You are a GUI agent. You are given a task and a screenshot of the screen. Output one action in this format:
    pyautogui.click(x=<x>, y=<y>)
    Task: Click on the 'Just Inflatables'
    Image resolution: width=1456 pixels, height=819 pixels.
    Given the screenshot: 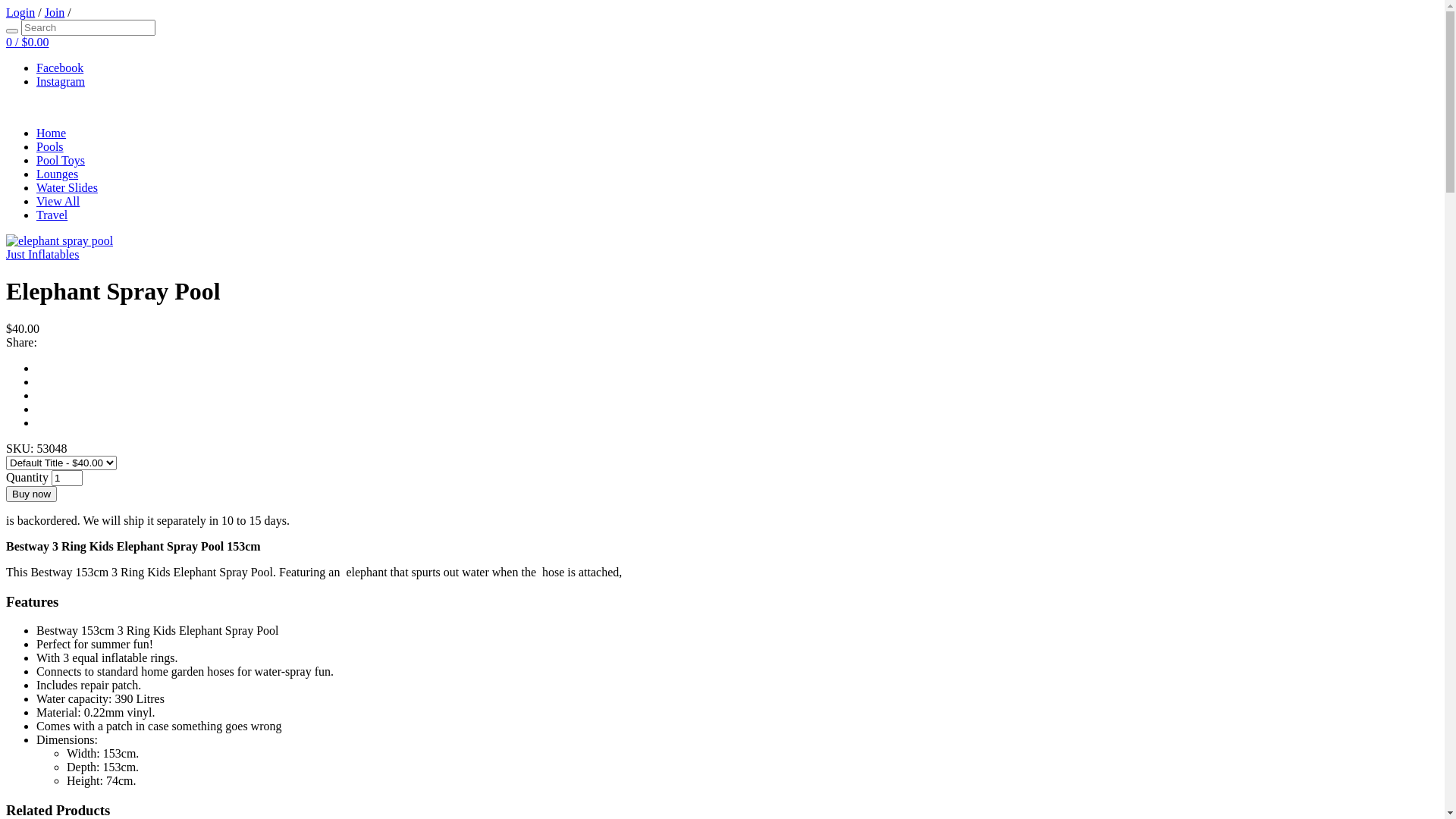 What is the action you would take?
    pyautogui.click(x=6, y=253)
    